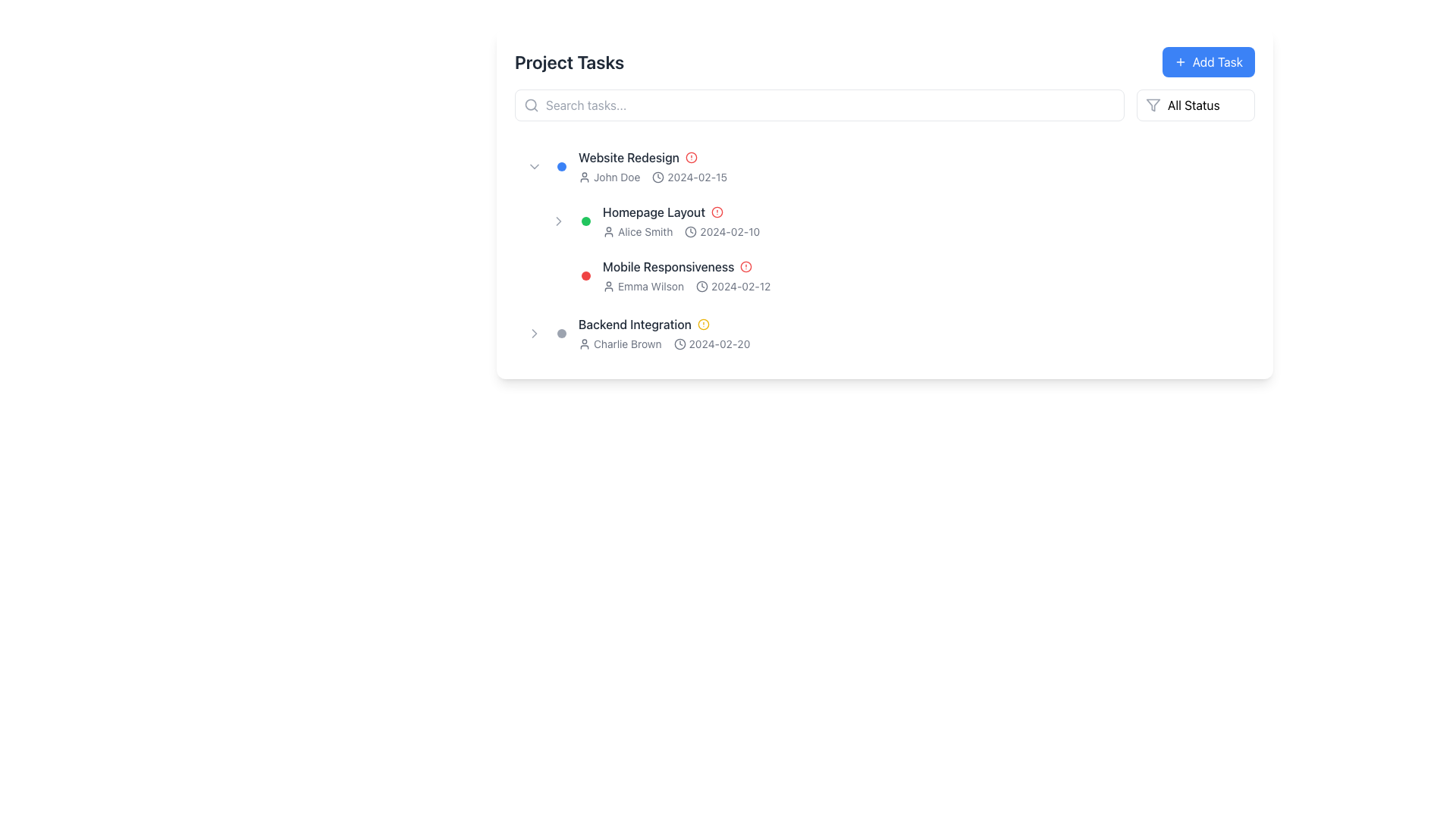 This screenshot has height=819, width=1456. What do you see at coordinates (535, 166) in the screenshot?
I see `the dropdown toggle or chevron icon located at the far left of the 'Website Redesign' task row` at bounding box center [535, 166].